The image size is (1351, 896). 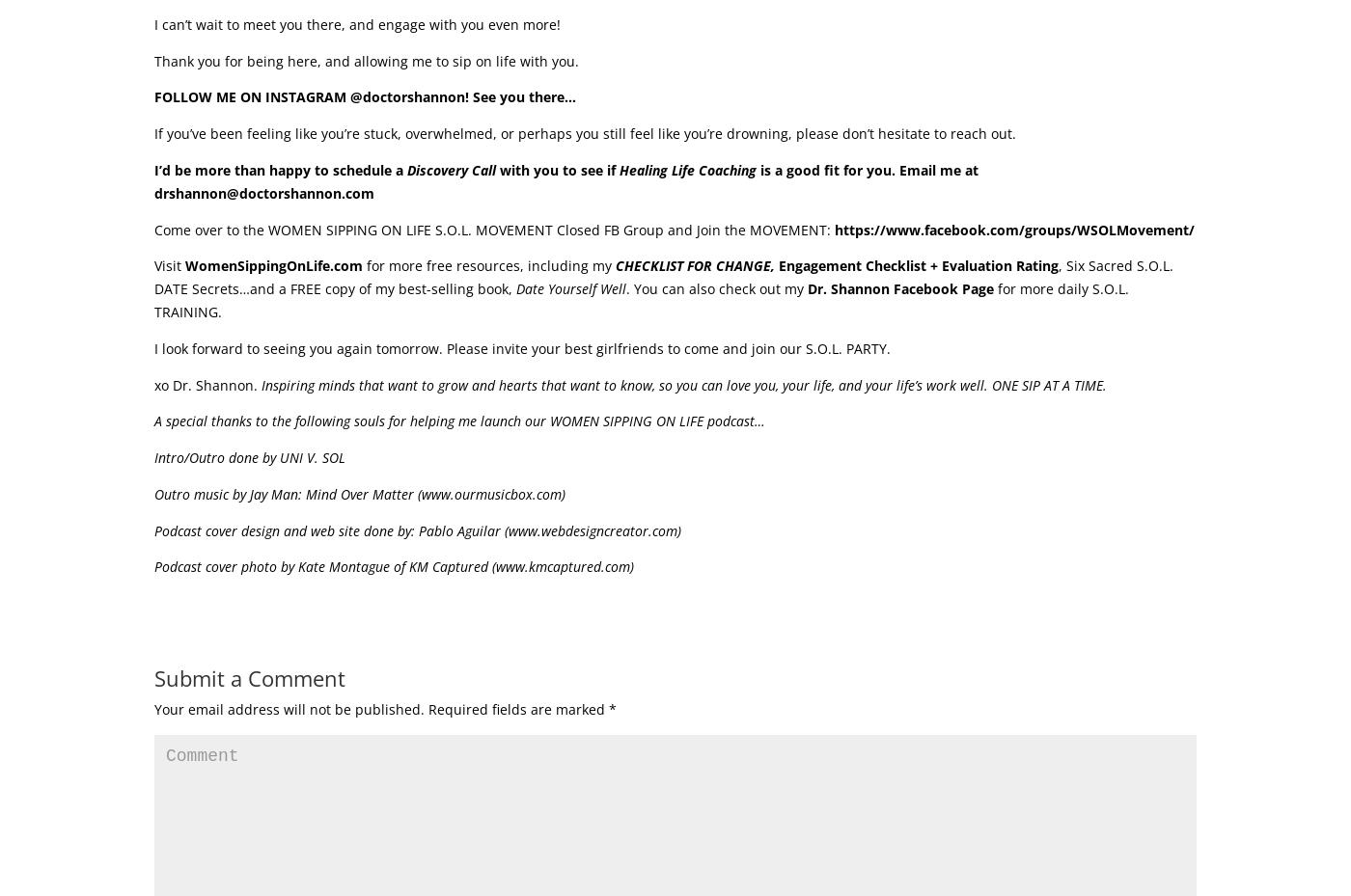 I want to click on 'CHECKLIST FOR CHANGE,', so click(x=615, y=264).